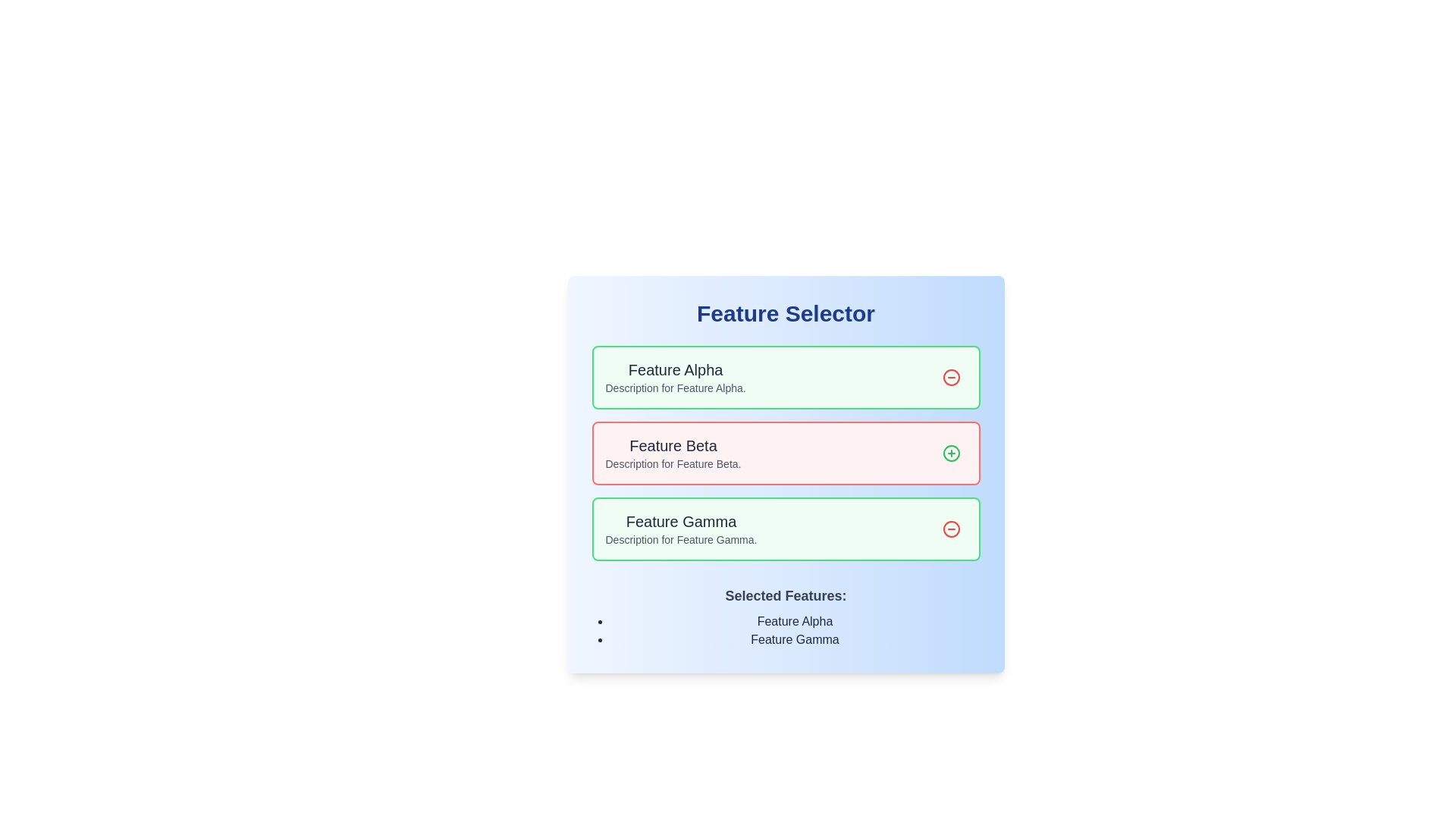 Image resolution: width=1456 pixels, height=819 pixels. I want to click on the bold, medium-sized text labeled 'Feature Gamma' within the light green rectangular area under the 'Feature Selector' heading, so click(680, 520).